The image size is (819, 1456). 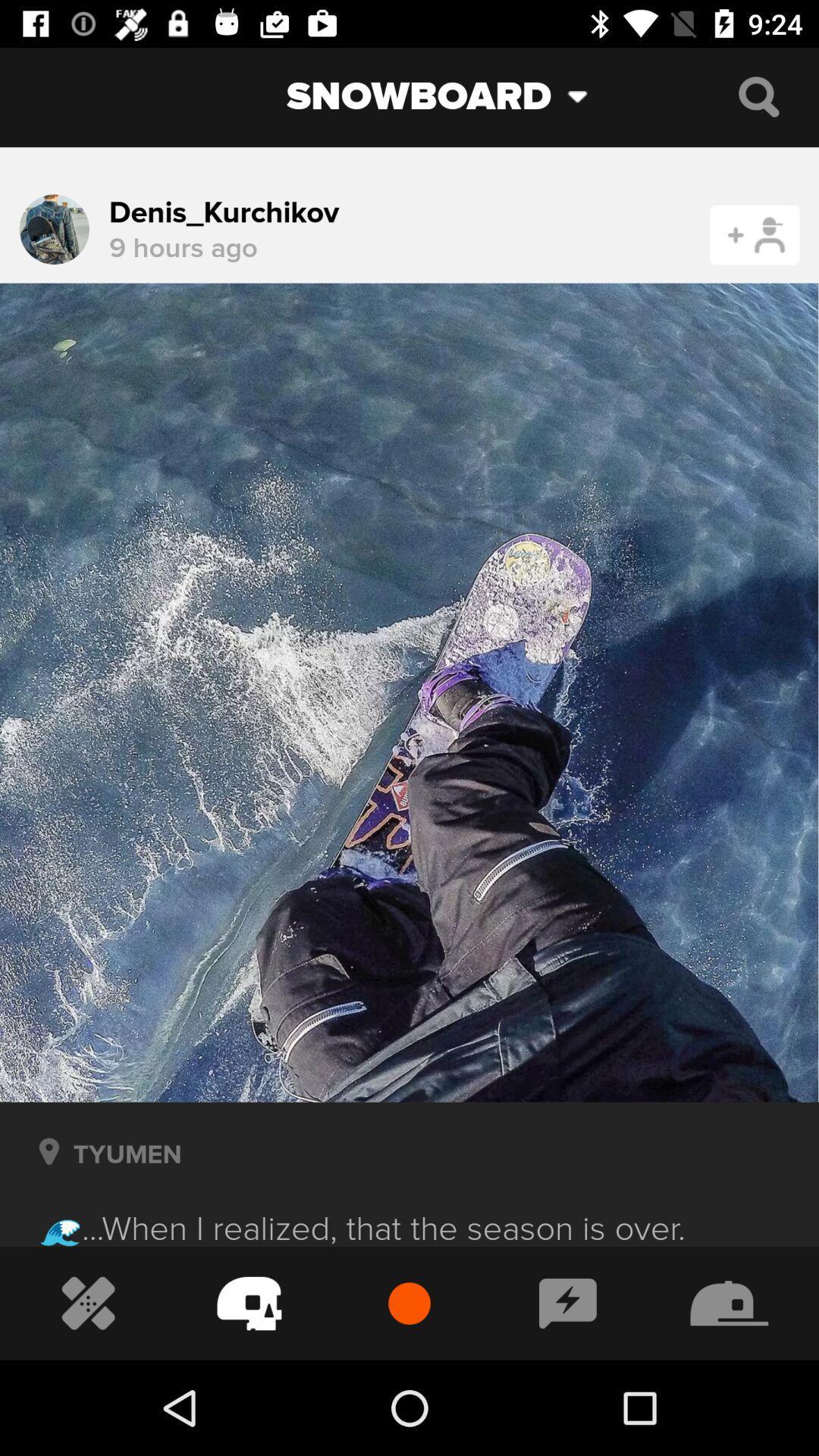 I want to click on the expand_more icon, so click(x=588, y=96).